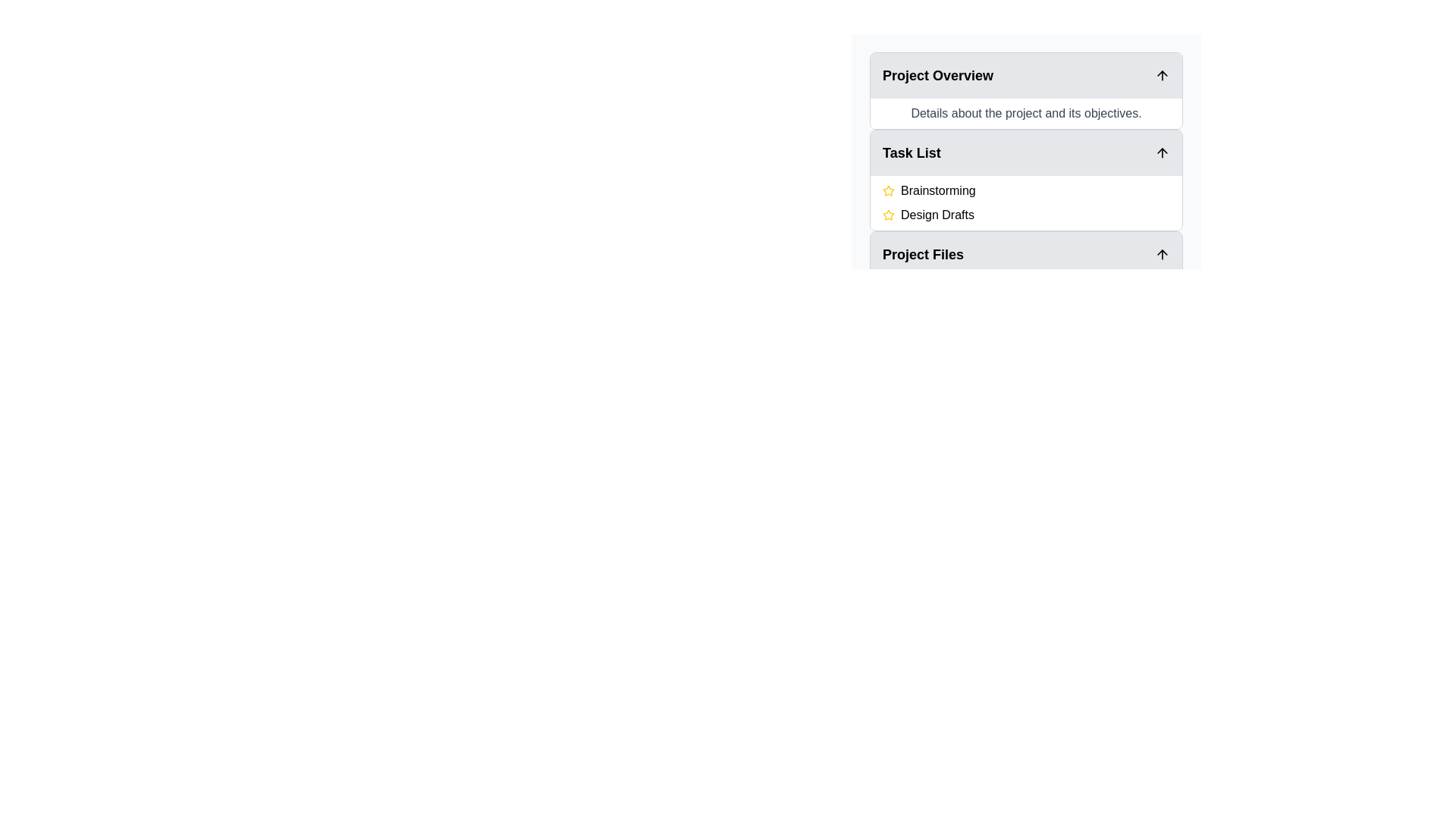  Describe the element at coordinates (1161, 76) in the screenshot. I see `the small upward-pointing black arrow icon located to the far right within the 'Project Overview' section` at that location.